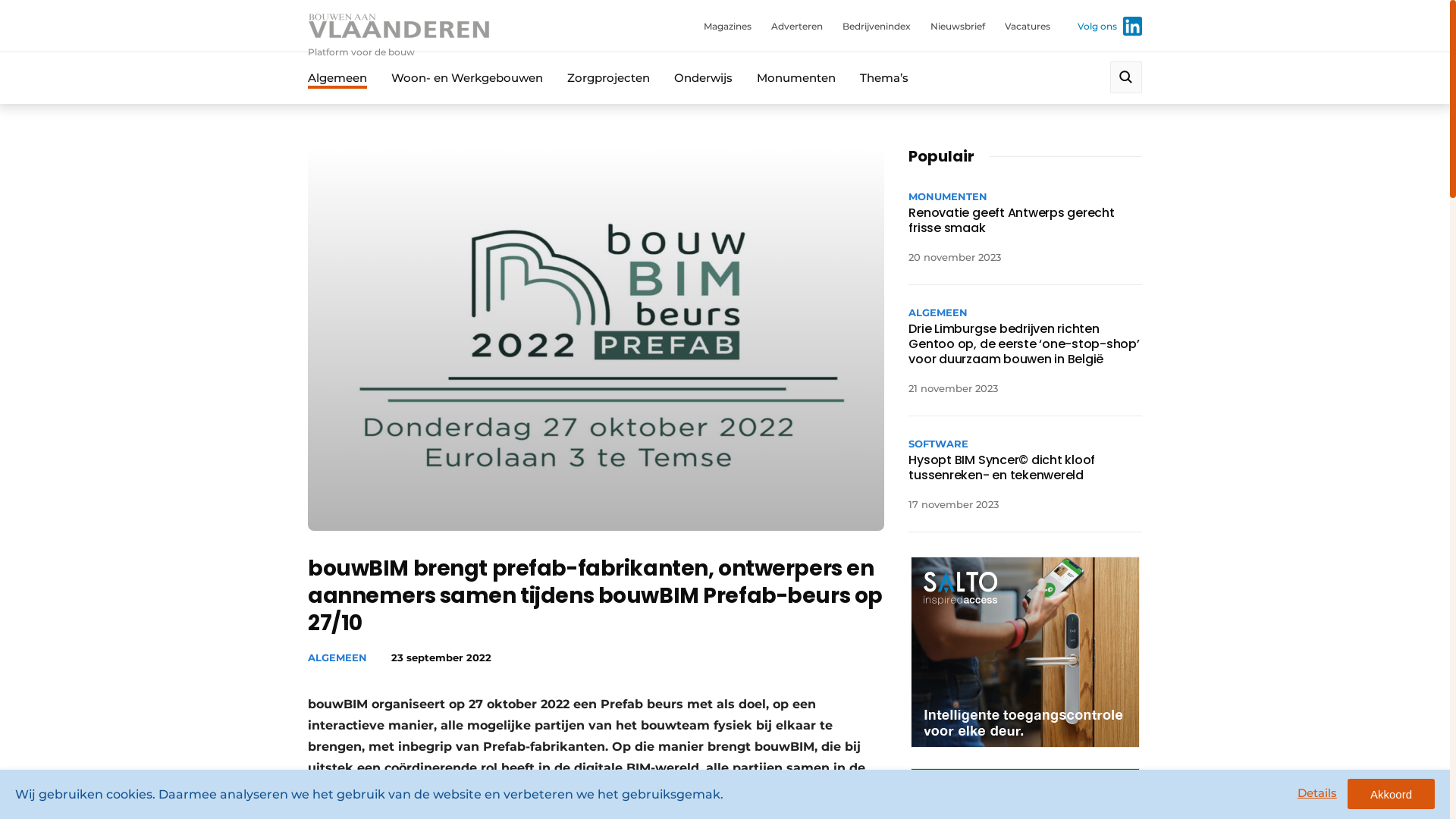  I want to click on 'Details', so click(1316, 792).